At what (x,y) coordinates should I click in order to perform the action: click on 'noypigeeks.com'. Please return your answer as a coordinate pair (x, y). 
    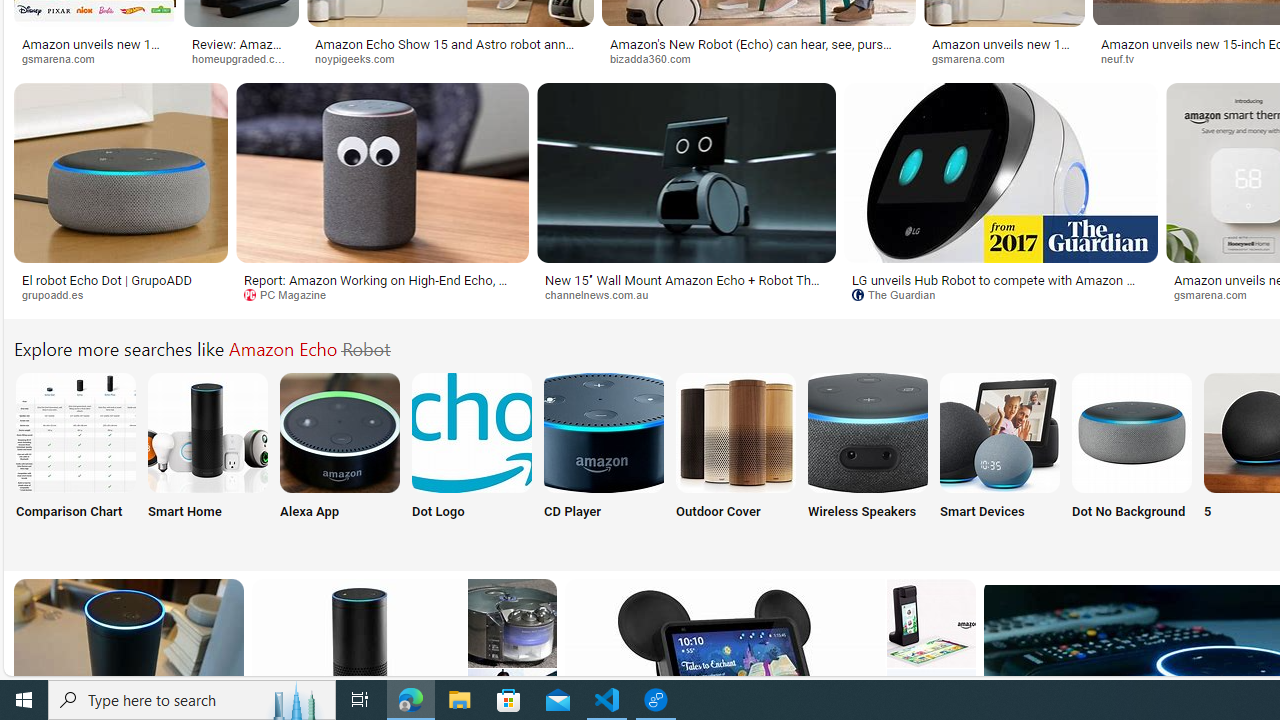
    Looking at the image, I should click on (449, 58).